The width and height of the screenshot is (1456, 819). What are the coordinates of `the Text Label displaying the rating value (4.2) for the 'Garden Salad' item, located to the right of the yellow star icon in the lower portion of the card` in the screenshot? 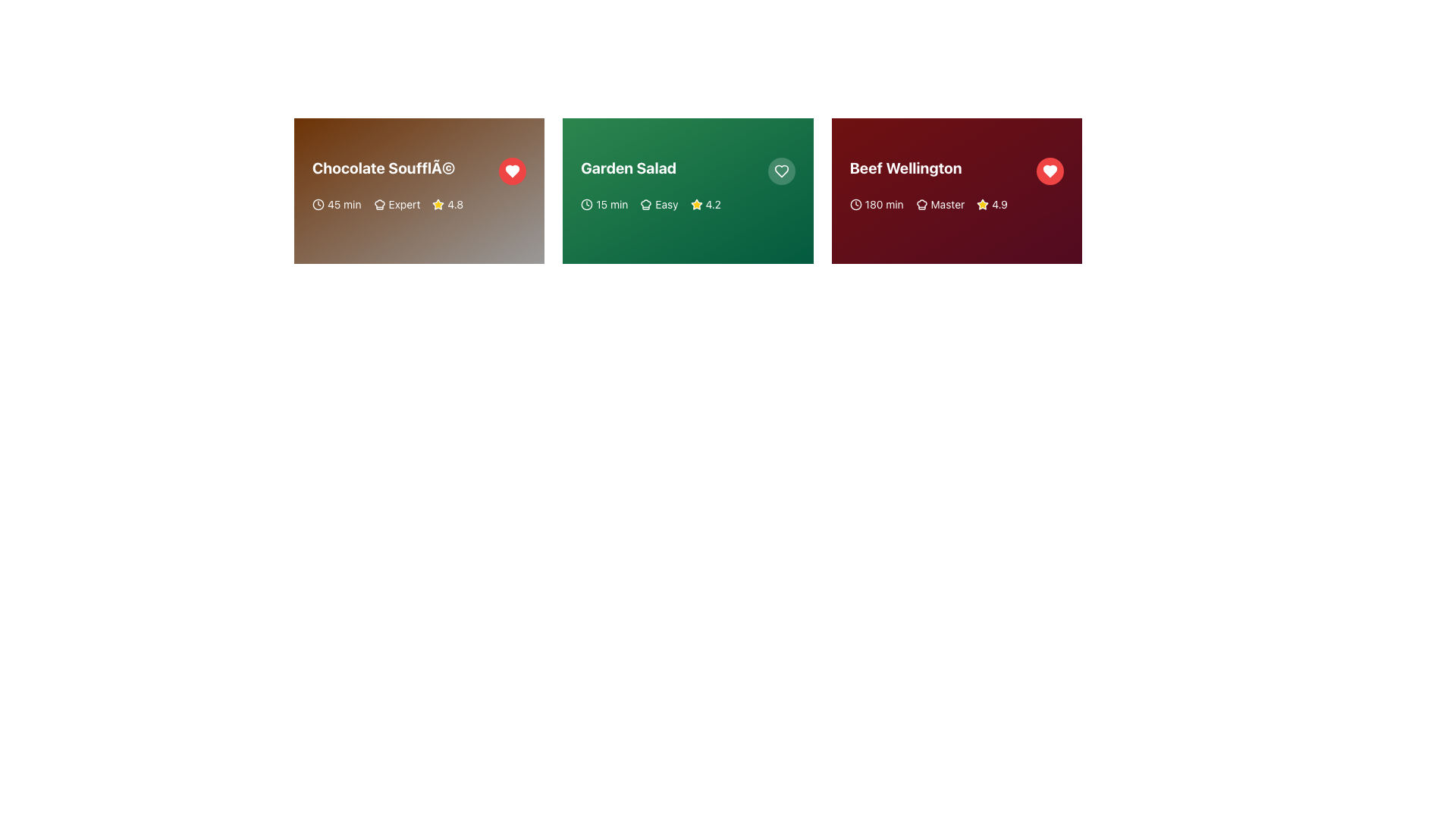 It's located at (712, 205).